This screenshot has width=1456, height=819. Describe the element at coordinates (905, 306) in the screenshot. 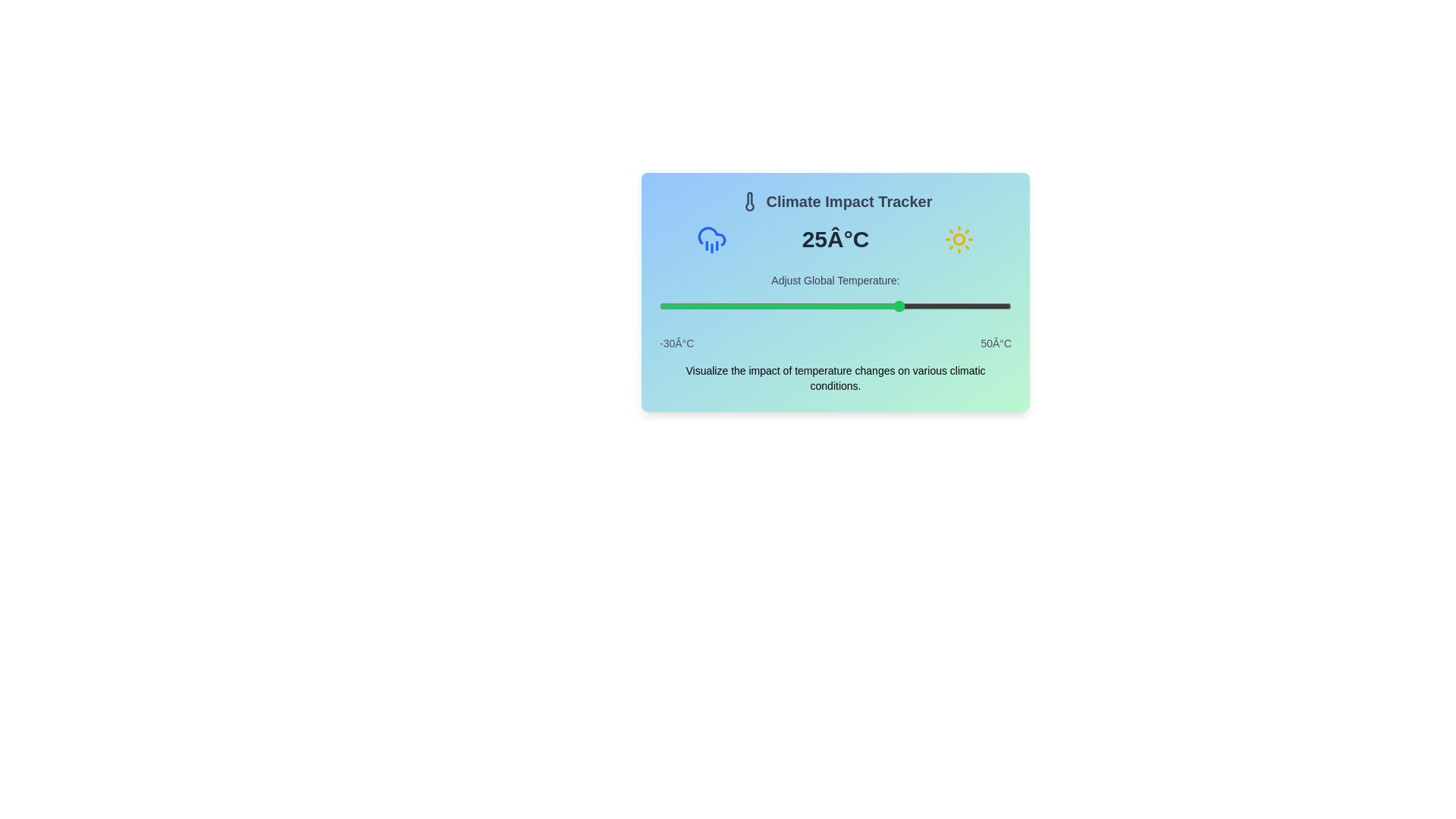

I see `the temperature slider to set the temperature to 26°C` at that location.